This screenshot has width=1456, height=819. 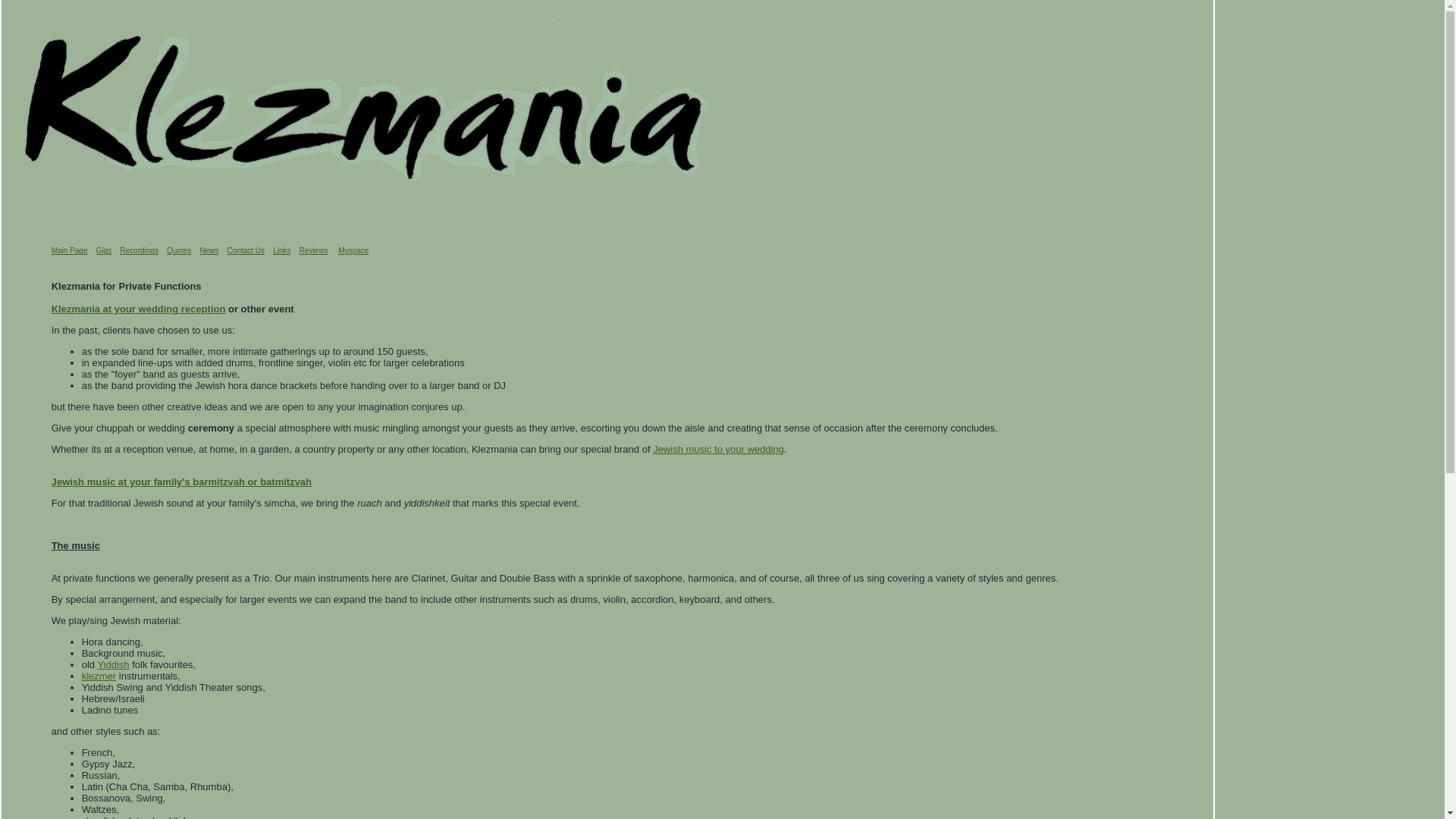 I want to click on 'Myspace', so click(x=352, y=249).